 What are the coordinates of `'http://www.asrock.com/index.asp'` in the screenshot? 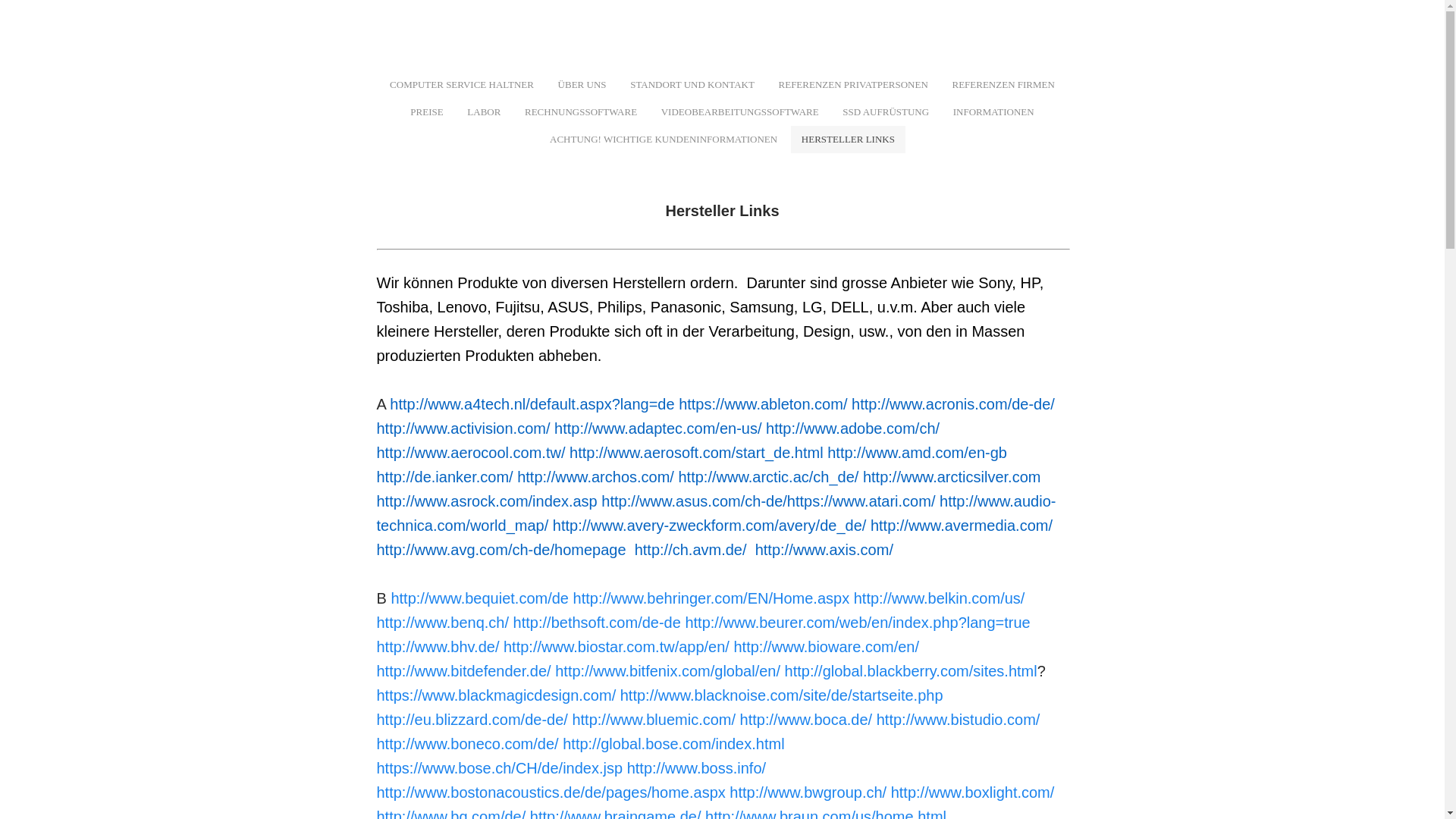 It's located at (486, 500).